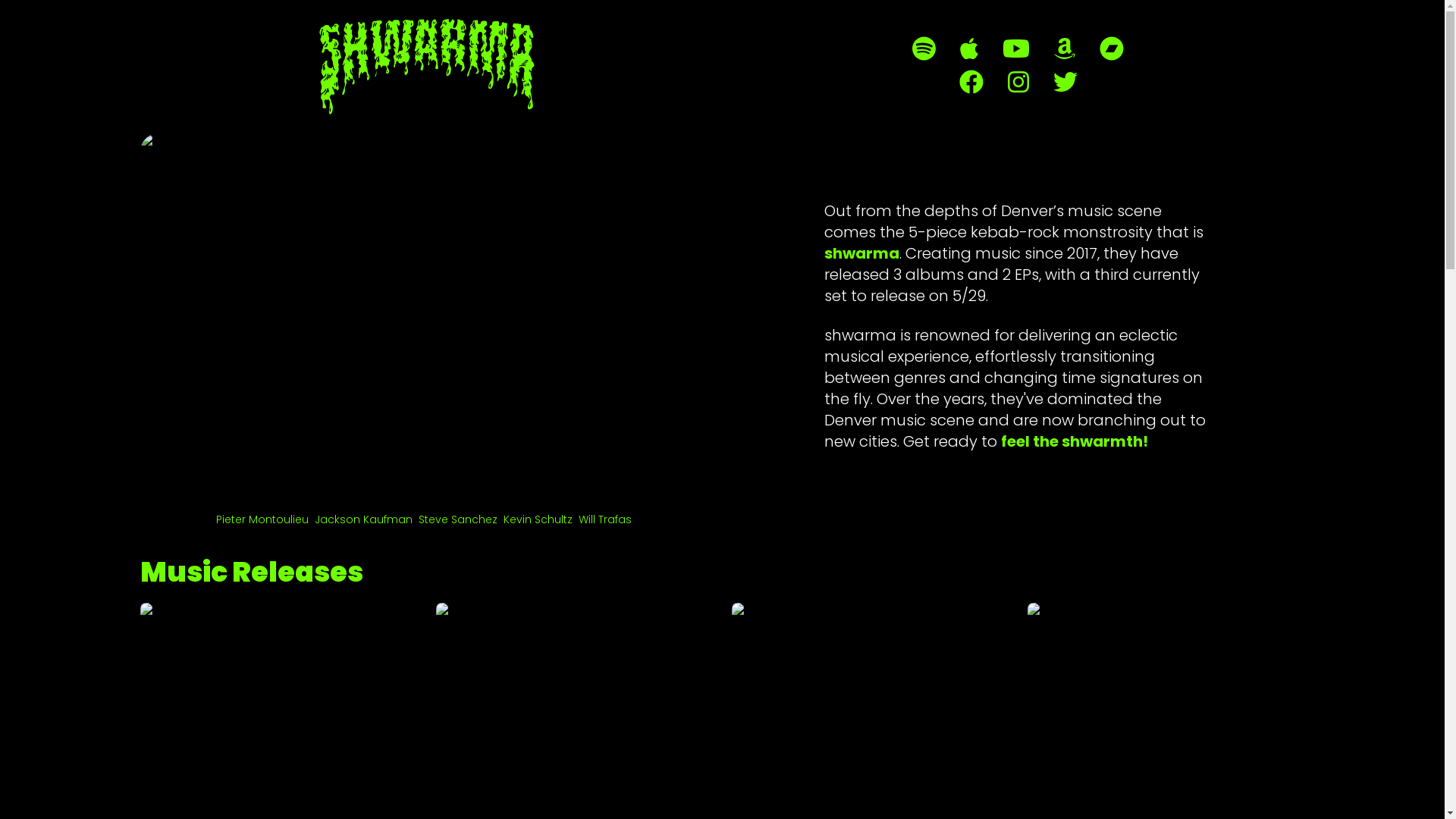  I want to click on 'Youtube Music', so click(1015, 48).